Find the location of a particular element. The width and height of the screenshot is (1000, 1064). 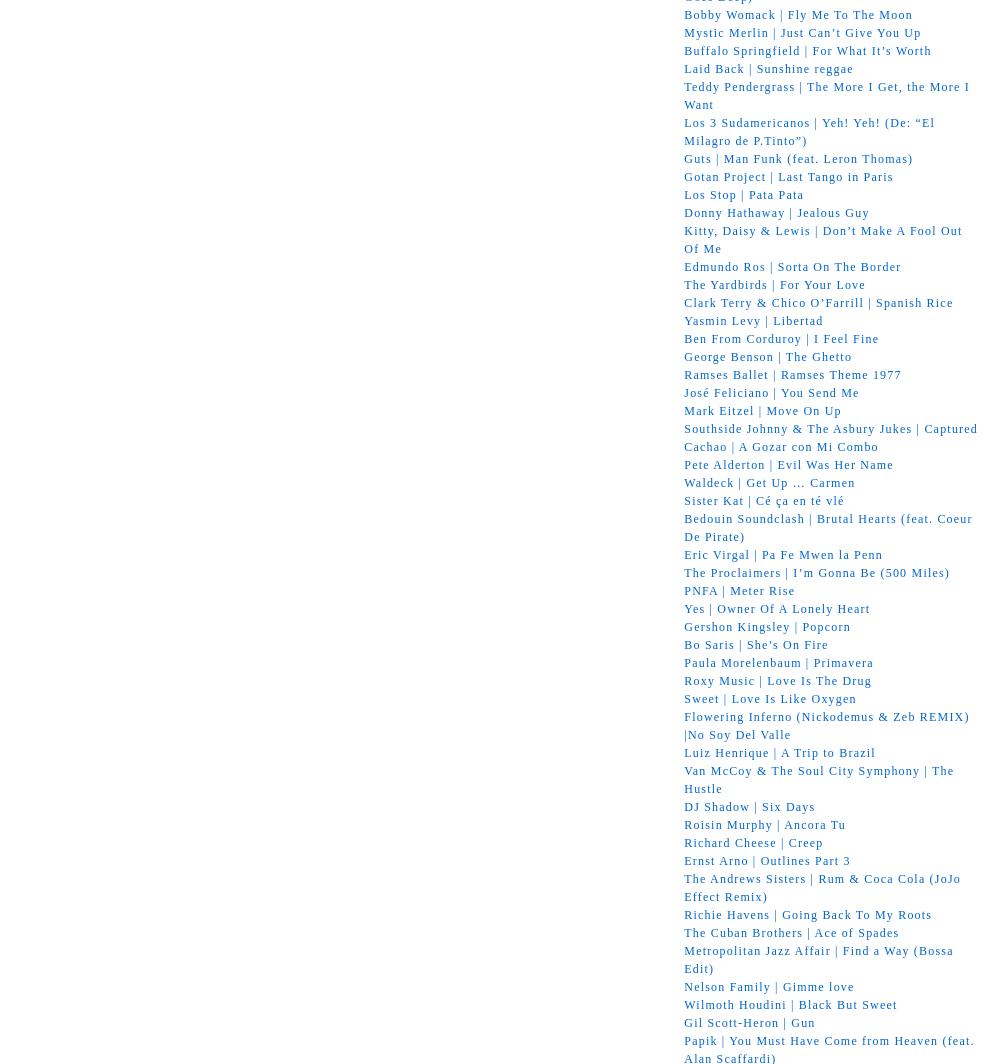

'Bedouin Soundclash | Brutal Hearts (feat. Coeur De Pirate)' is located at coordinates (827, 526).